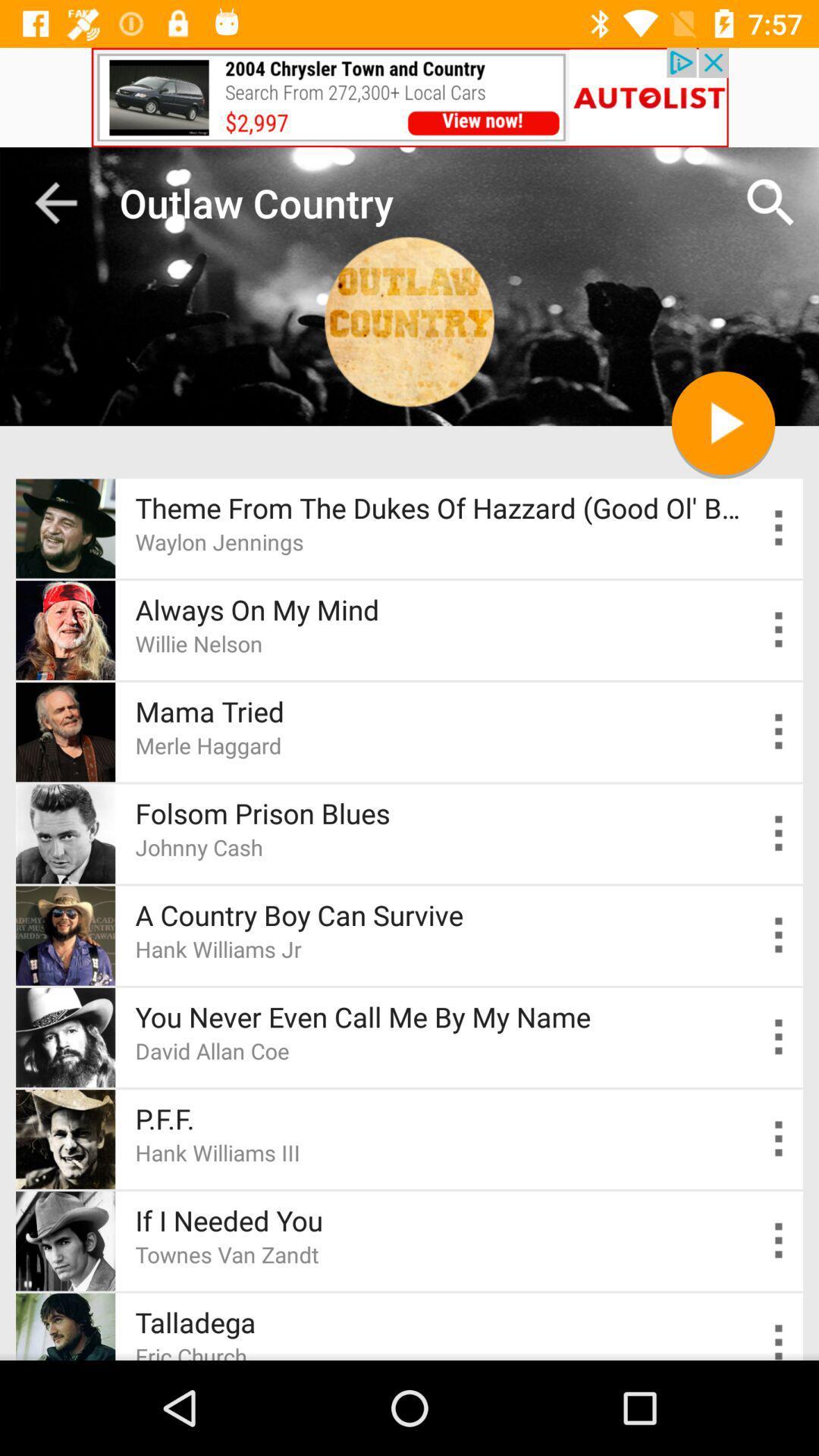 This screenshot has height=1456, width=819. What do you see at coordinates (779, 934) in the screenshot?
I see `country music` at bounding box center [779, 934].